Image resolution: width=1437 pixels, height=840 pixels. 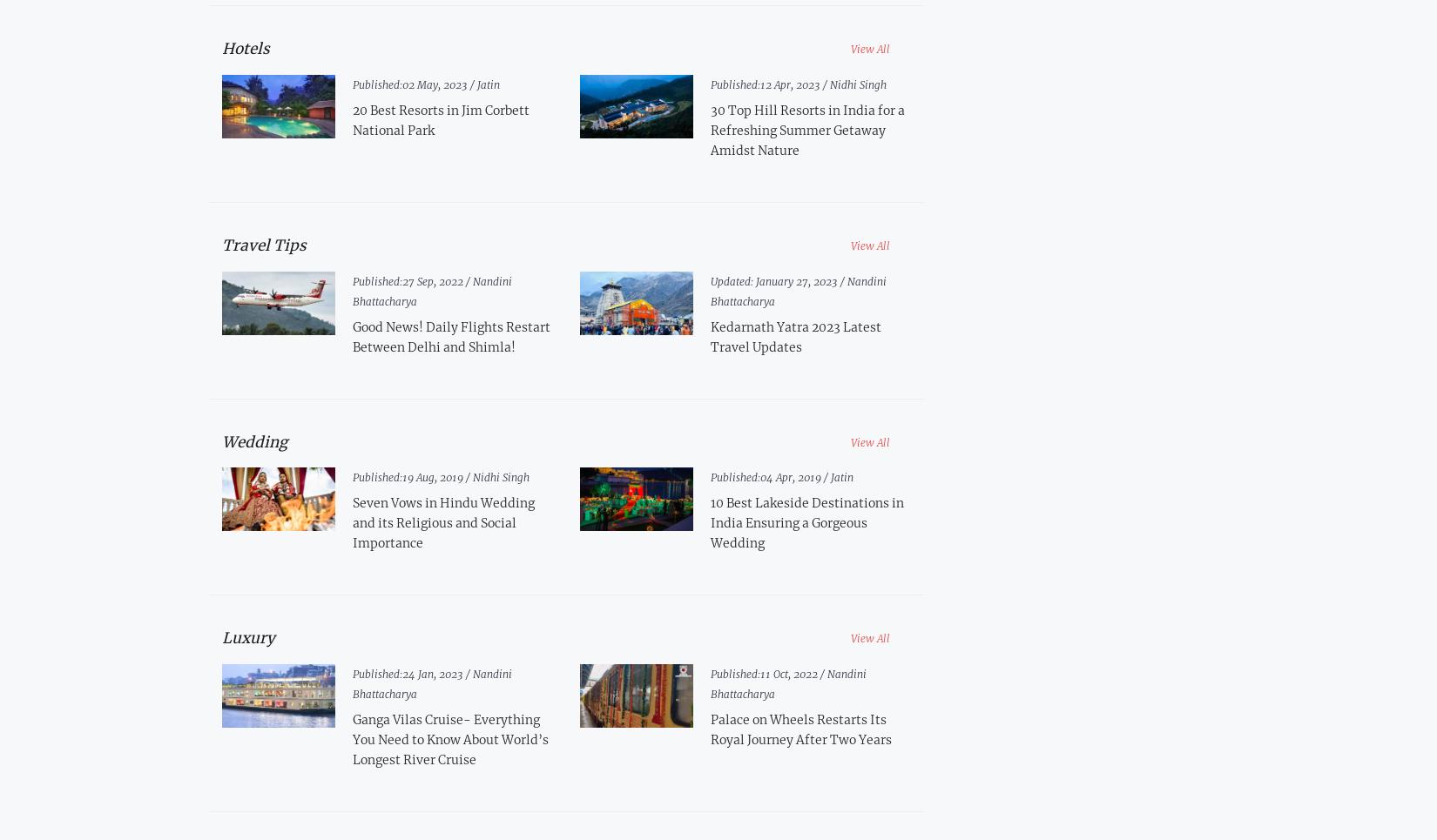 What do you see at coordinates (435, 279) in the screenshot?
I see `'27 Sep, 2022 /'` at bounding box center [435, 279].